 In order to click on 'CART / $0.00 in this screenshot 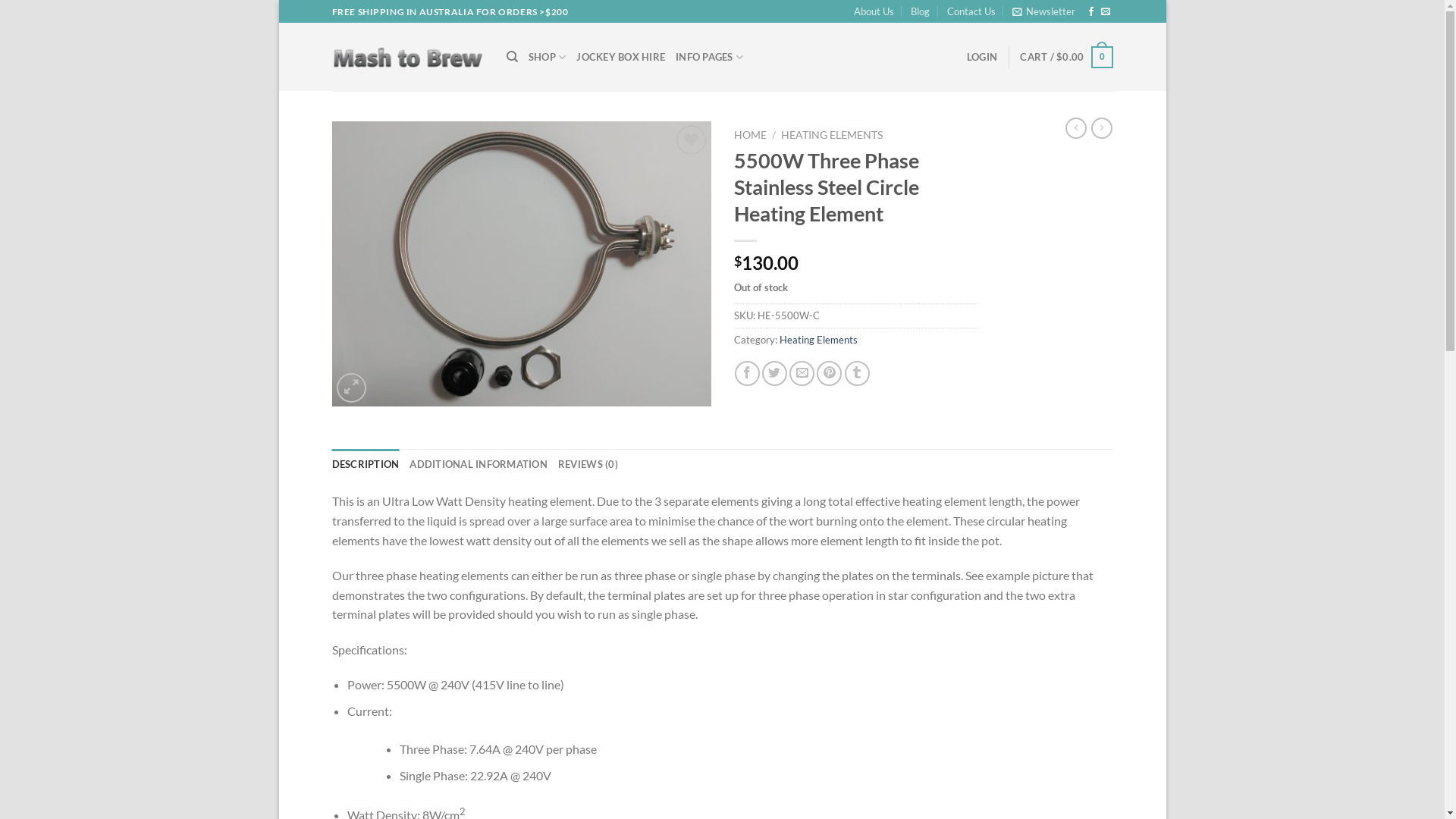, I will do `click(1019, 57)`.